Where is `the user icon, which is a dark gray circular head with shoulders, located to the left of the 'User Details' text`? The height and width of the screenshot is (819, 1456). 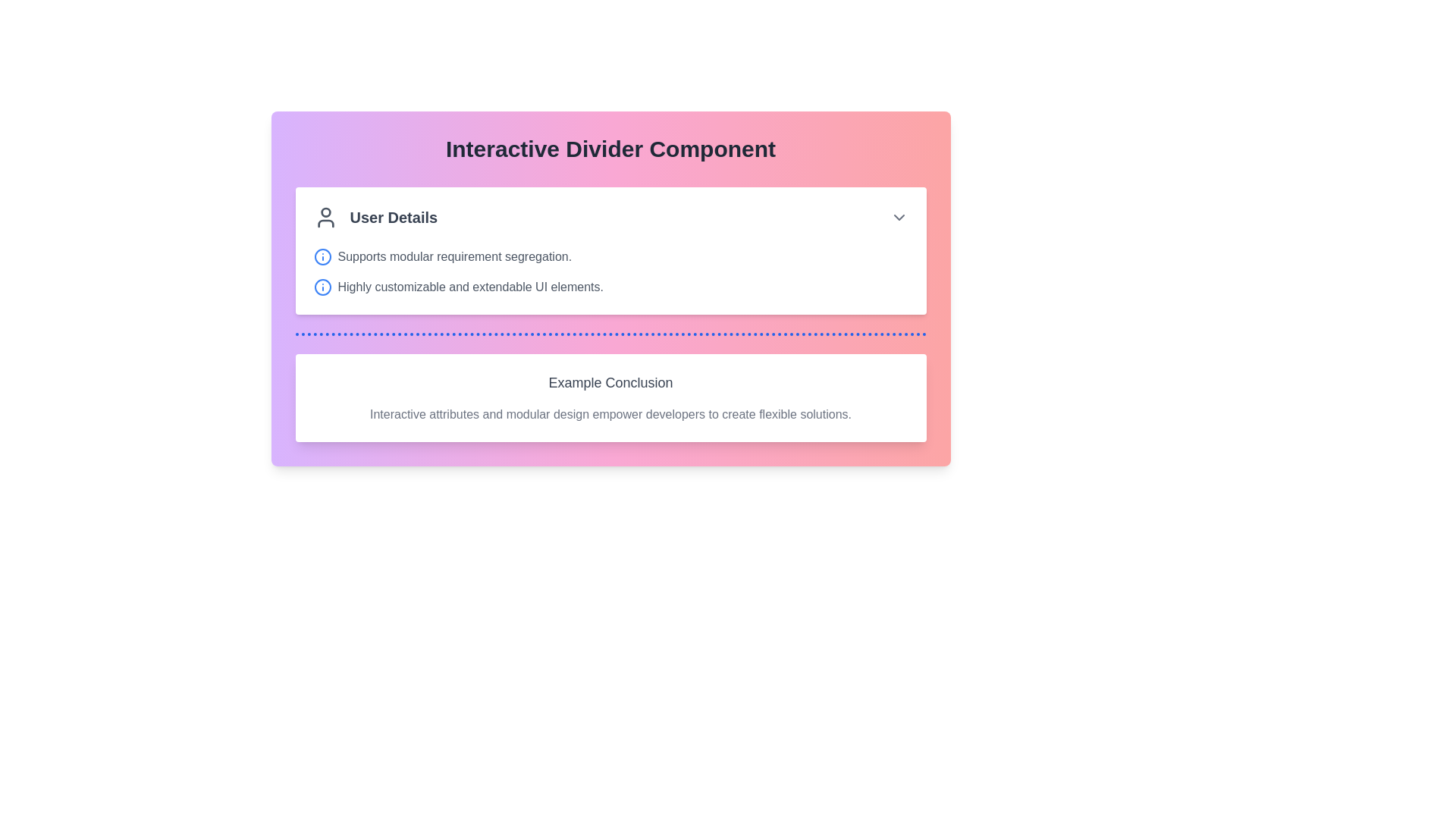
the user icon, which is a dark gray circular head with shoulders, located to the left of the 'User Details' text is located at coordinates (325, 217).